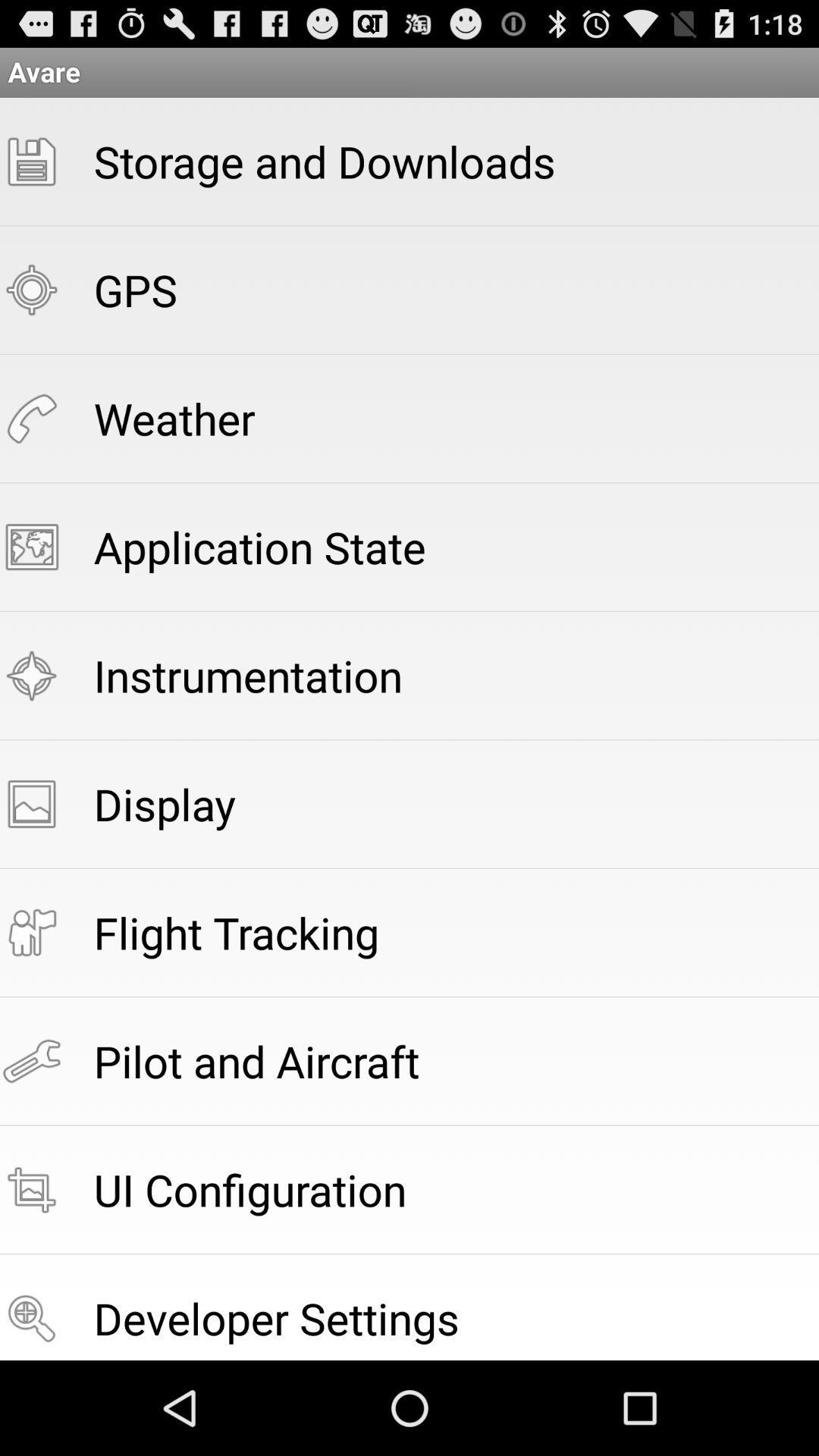  I want to click on item above gps, so click(324, 161).